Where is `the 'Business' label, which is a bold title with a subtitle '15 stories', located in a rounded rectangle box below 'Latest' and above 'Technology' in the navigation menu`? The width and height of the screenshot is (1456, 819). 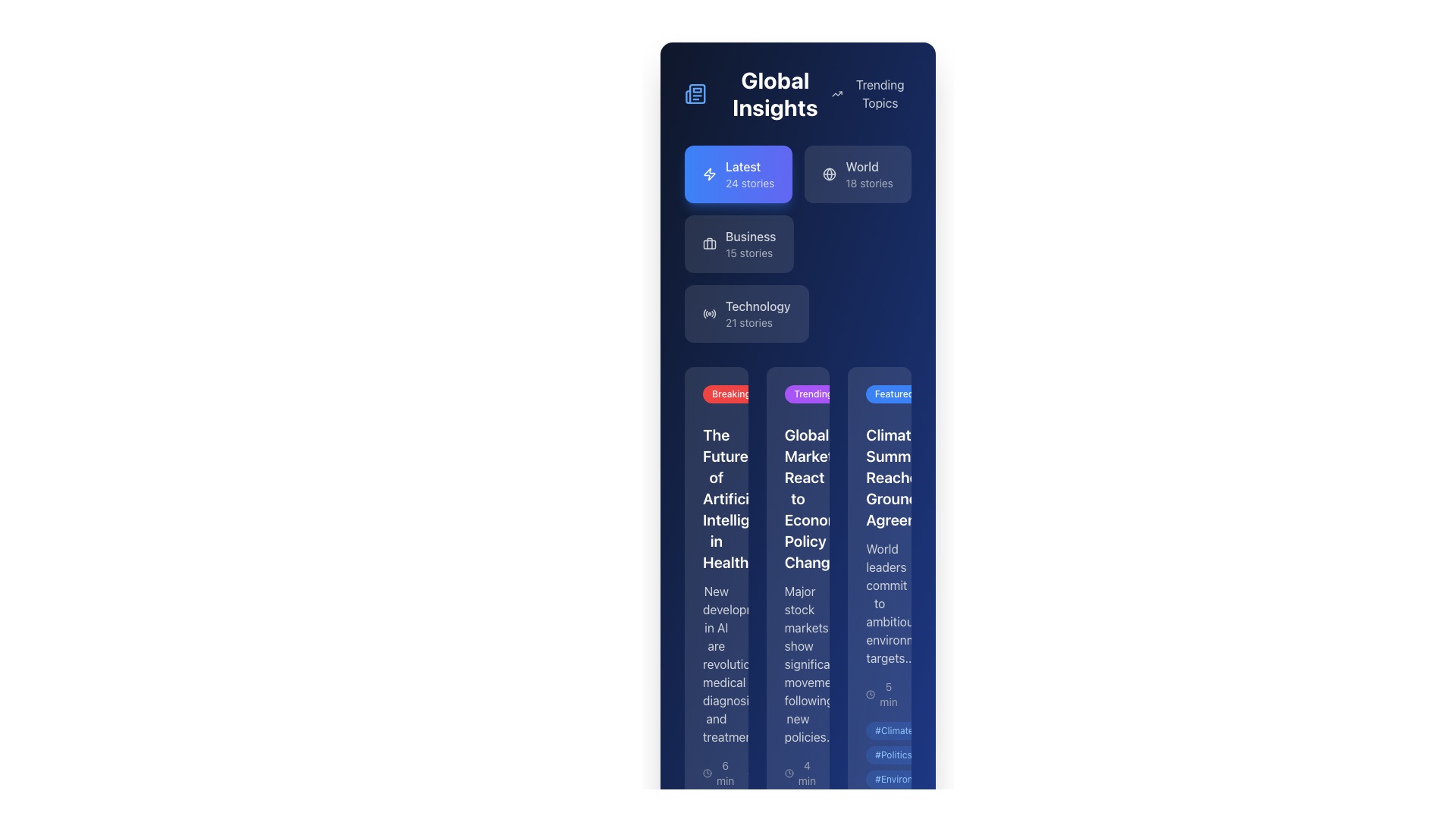 the 'Business' label, which is a bold title with a subtitle '15 stories', located in a rounded rectangle box below 'Latest' and above 'Technology' in the navigation menu is located at coordinates (751, 243).